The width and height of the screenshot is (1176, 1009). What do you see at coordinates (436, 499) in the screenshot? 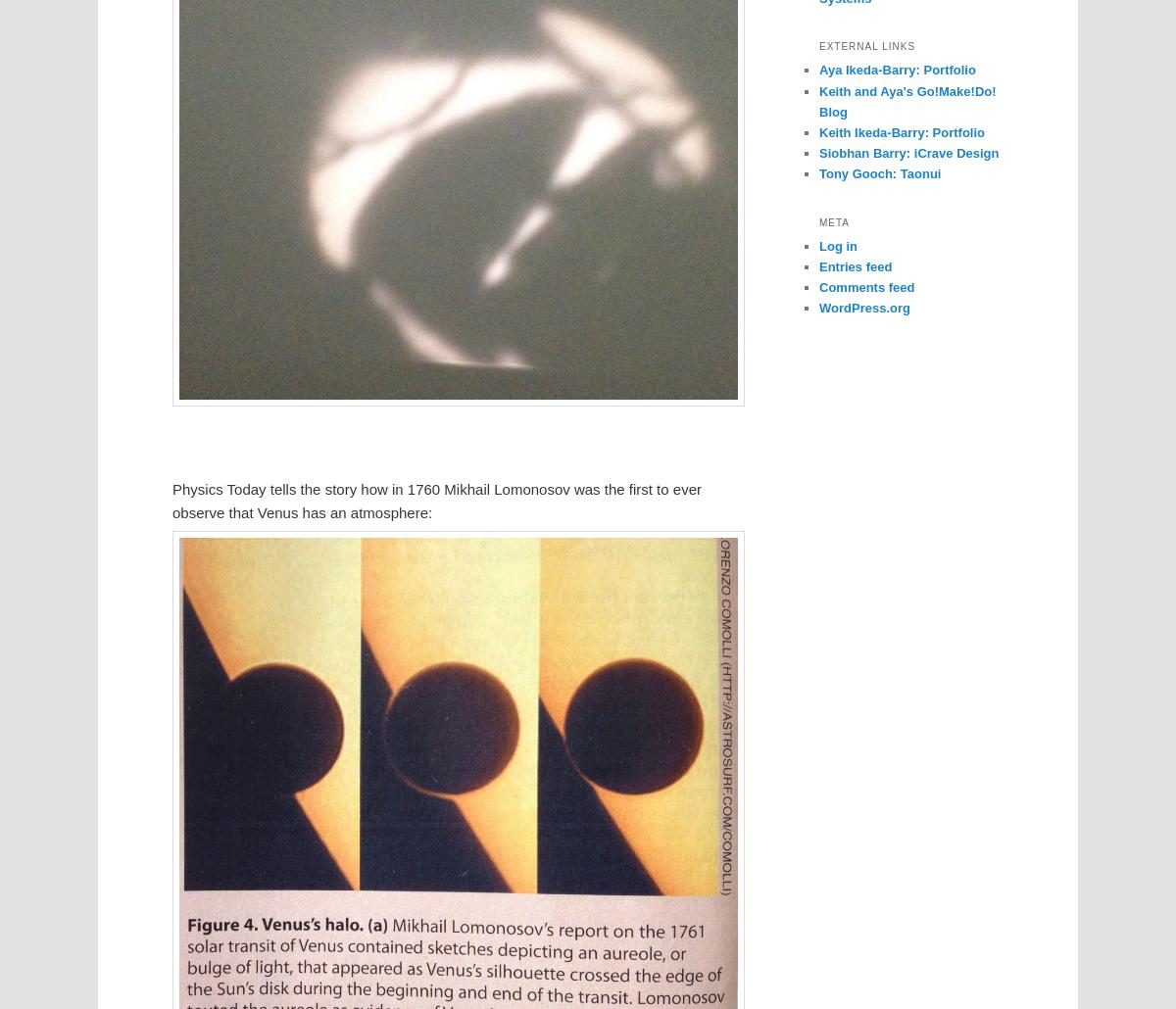
I see `'Physics Today tells the story how in 1760 Mikhail Lomonosov was the first to ever observe that Venus has an atmosphere:'` at bounding box center [436, 499].